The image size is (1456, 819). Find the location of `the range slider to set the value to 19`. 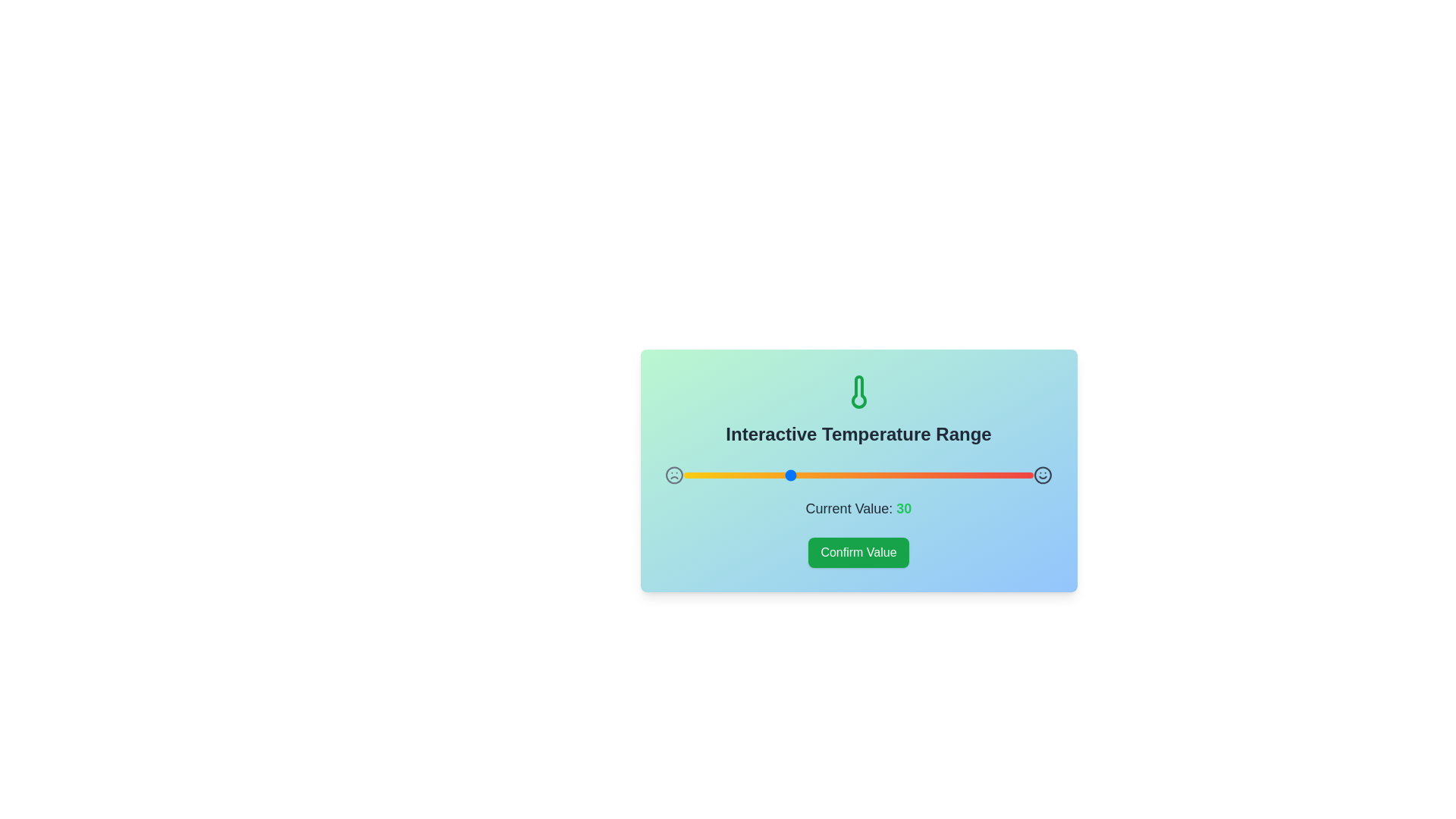

the range slider to set the value to 19 is located at coordinates (750, 475).